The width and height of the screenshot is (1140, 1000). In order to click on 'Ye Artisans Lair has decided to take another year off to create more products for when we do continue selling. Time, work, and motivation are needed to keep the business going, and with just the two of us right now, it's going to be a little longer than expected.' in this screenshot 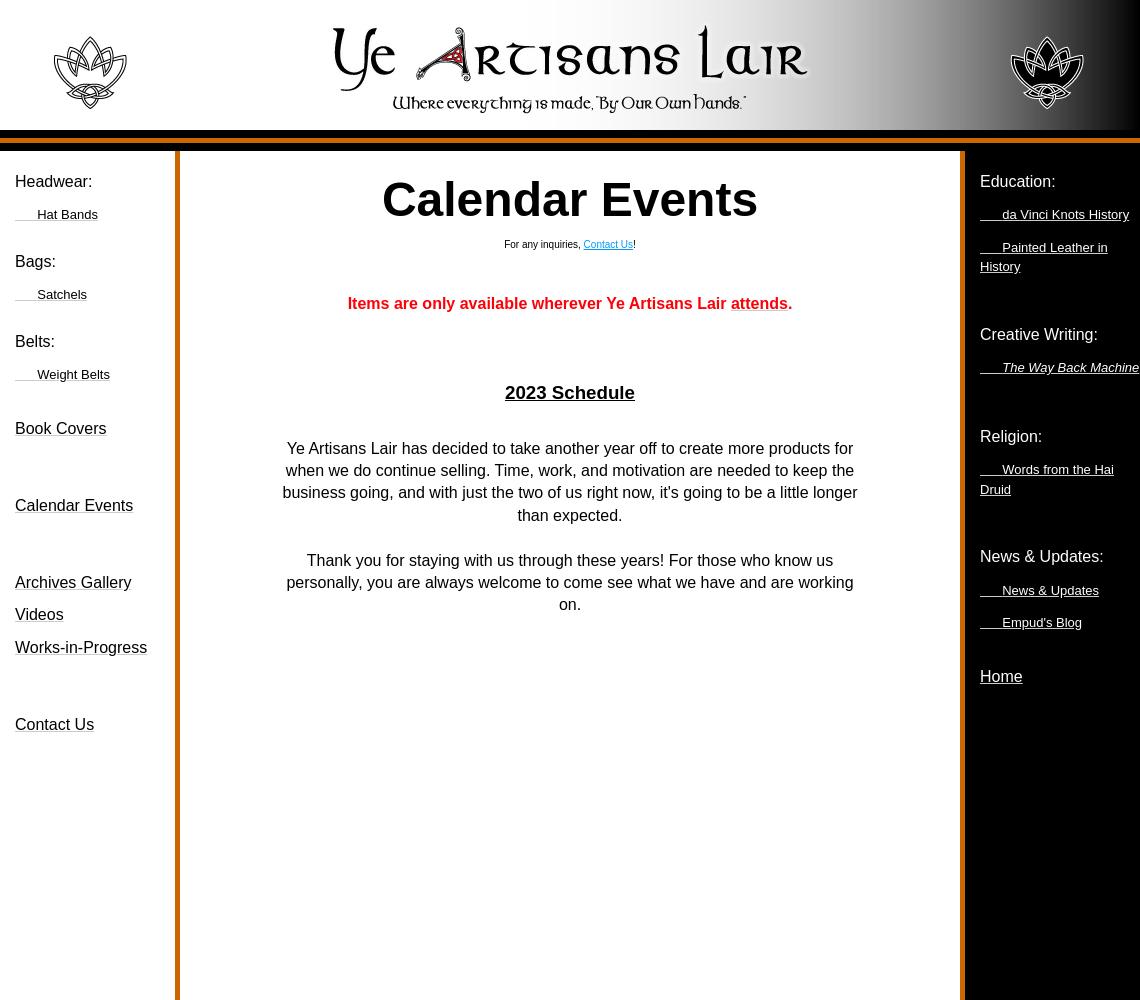, I will do `click(568, 480)`.